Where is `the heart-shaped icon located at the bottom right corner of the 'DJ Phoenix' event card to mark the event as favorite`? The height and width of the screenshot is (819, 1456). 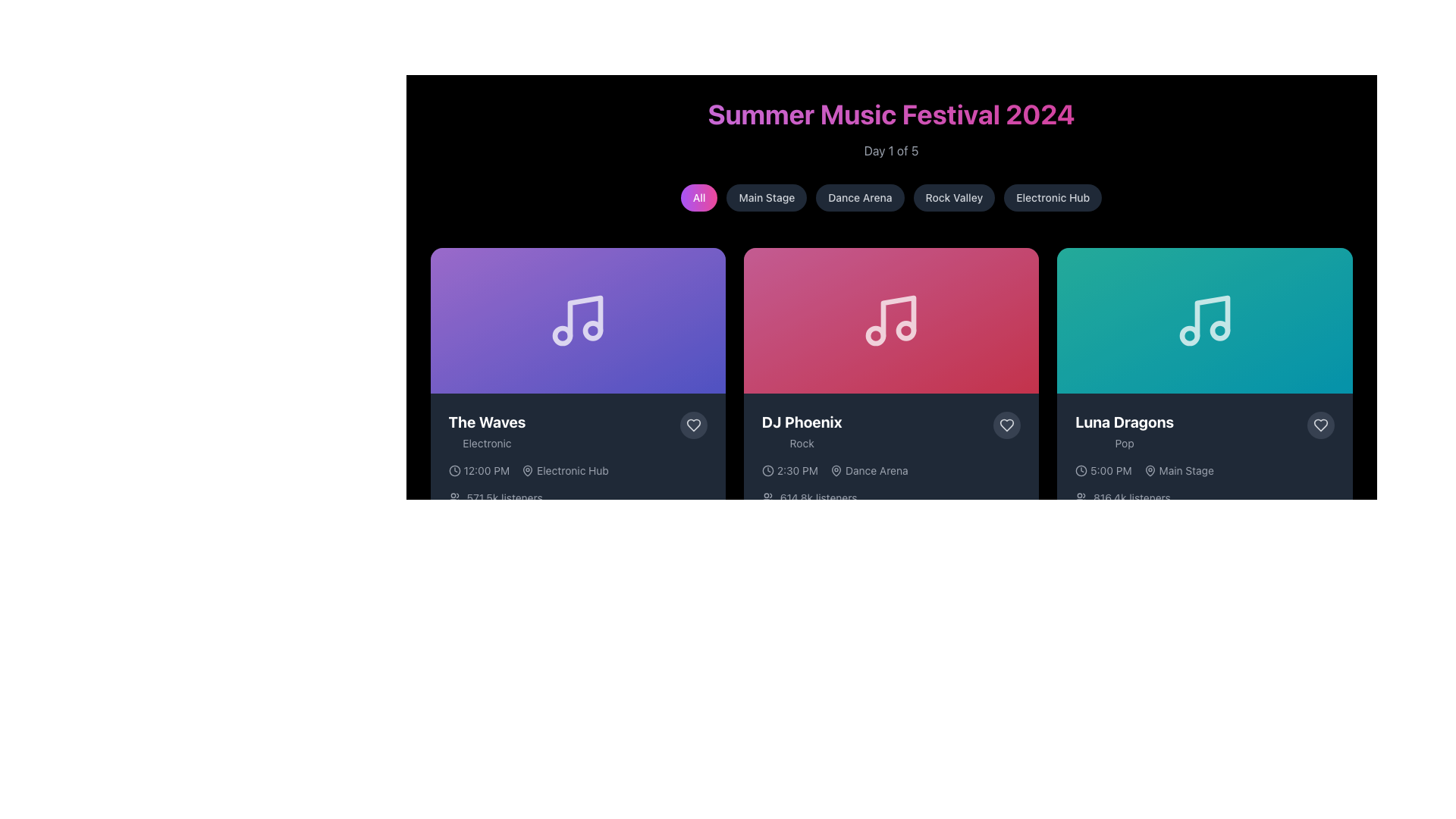 the heart-shaped icon located at the bottom right corner of the 'DJ Phoenix' event card to mark the event as favorite is located at coordinates (1007, 425).